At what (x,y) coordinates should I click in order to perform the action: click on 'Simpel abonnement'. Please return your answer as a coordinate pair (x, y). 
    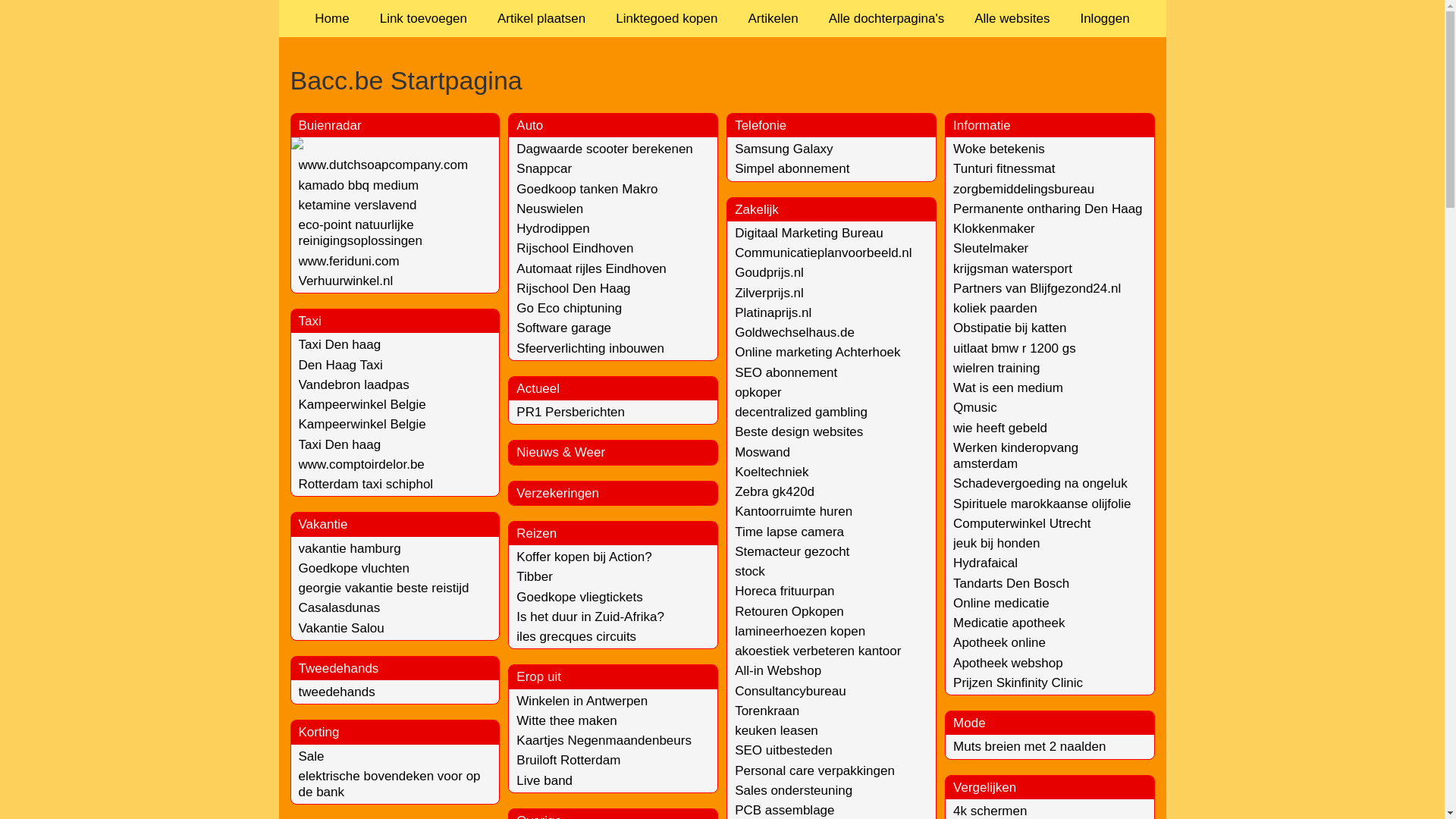
    Looking at the image, I should click on (791, 168).